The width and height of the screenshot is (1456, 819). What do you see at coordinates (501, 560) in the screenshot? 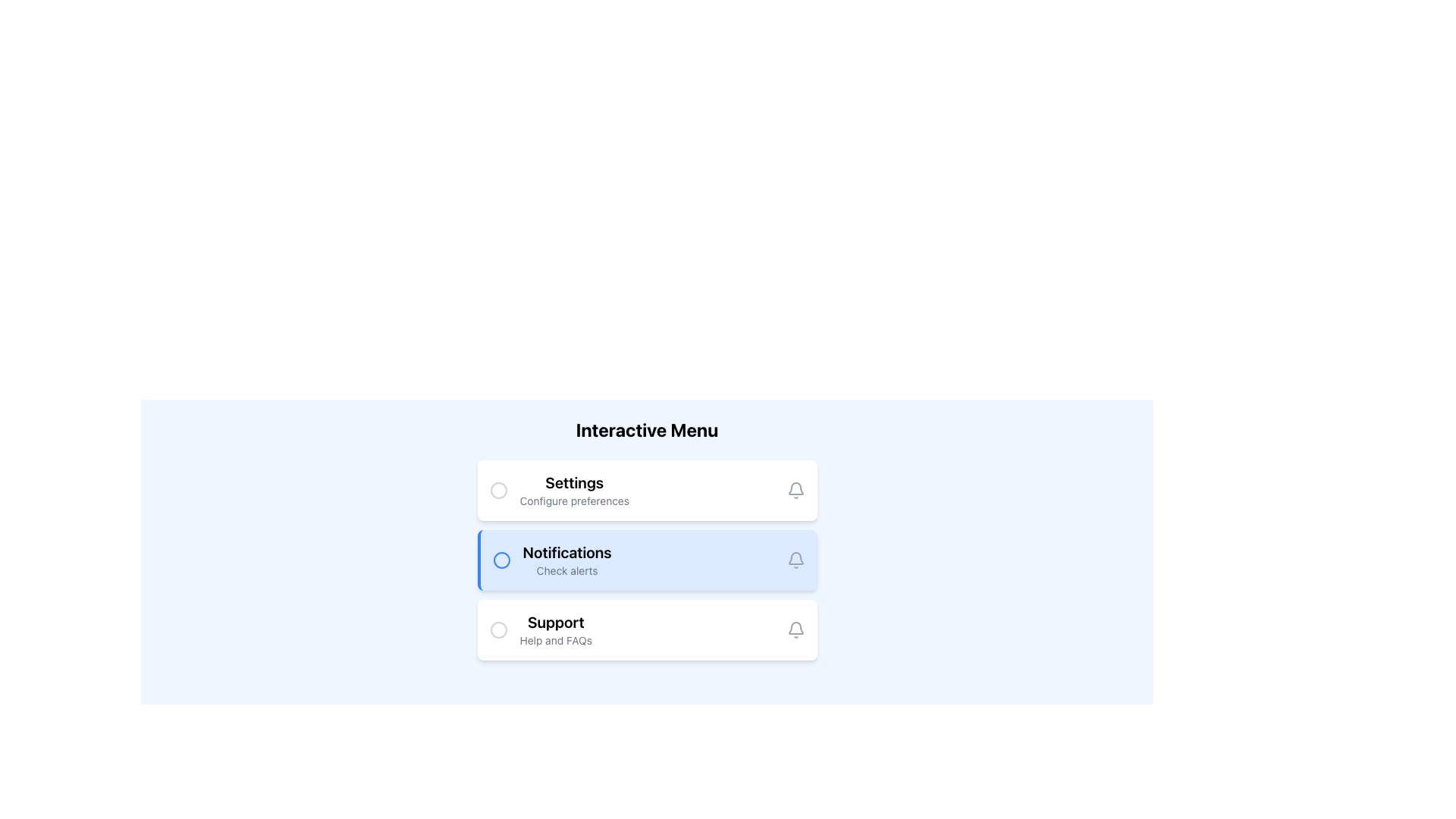
I see `the SVG Icon associated with the 'Notifications' menu item, which is positioned to the left of the text 'Check alerts' and above the main text 'Notifications'` at bounding box center [501, 560].